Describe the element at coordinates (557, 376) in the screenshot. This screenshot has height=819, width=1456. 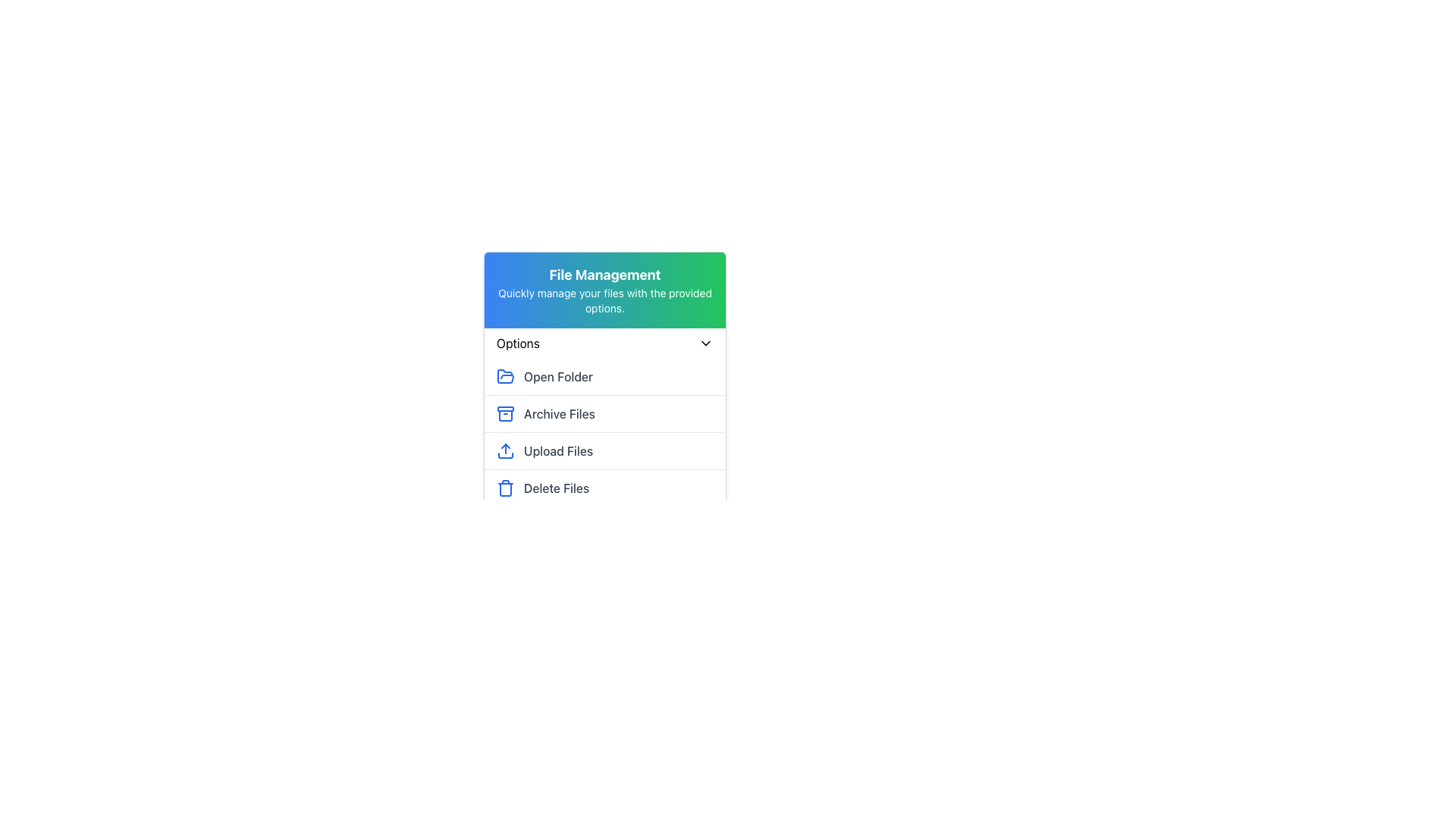
I see `the Text label that describes the action related` at that location.